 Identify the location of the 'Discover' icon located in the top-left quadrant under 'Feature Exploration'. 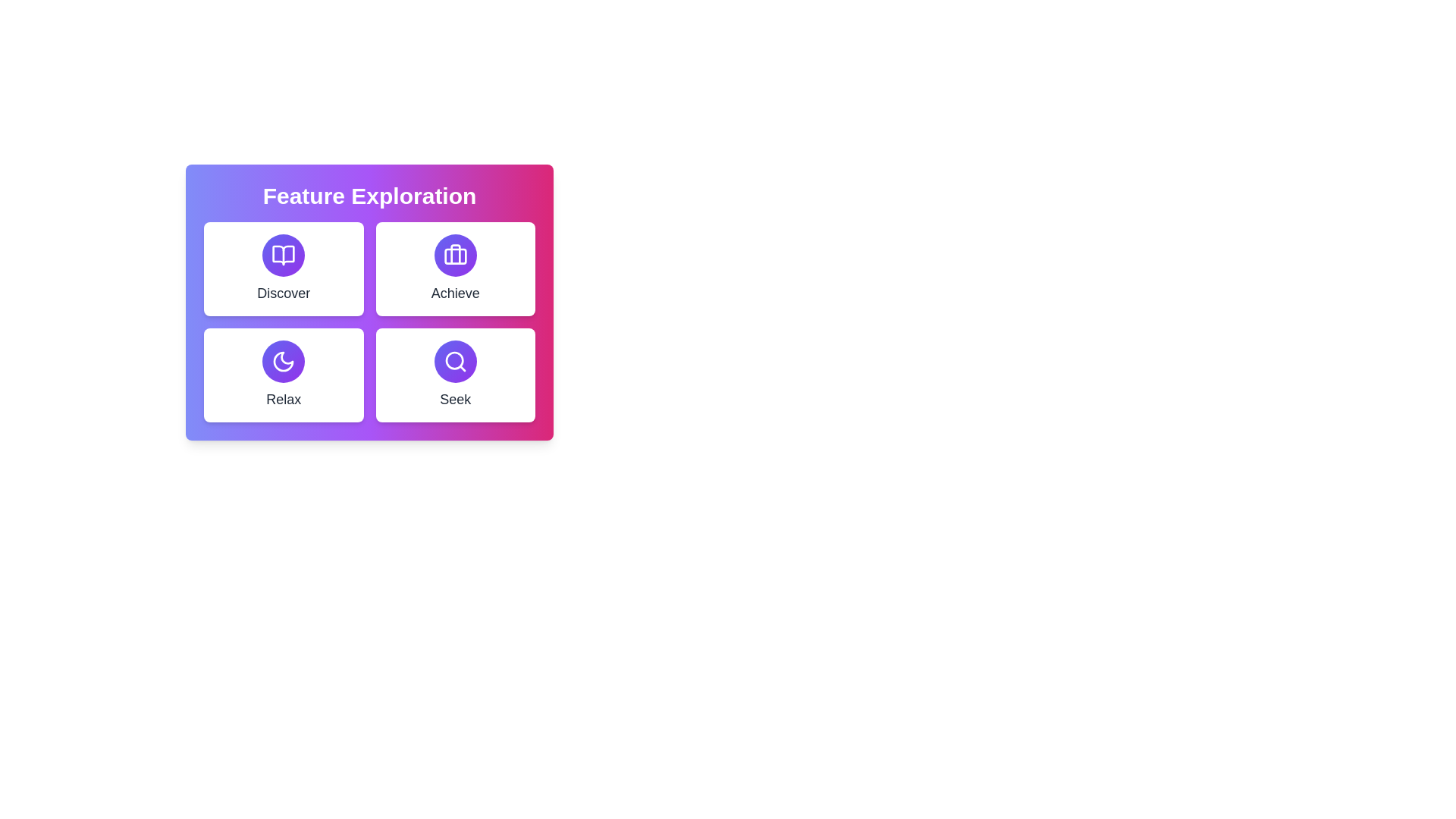
(284, 254).